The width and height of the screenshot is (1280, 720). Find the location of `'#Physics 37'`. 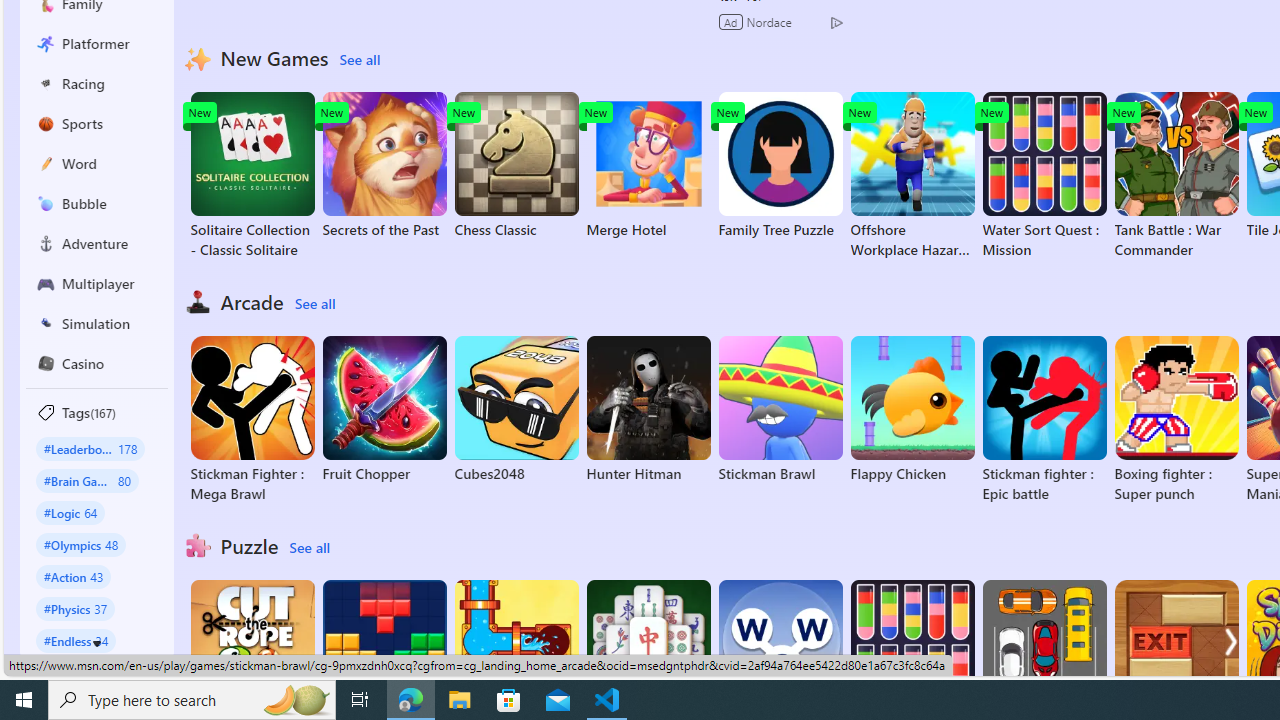

'#Physics 37' is located at coordinates (76, 607).